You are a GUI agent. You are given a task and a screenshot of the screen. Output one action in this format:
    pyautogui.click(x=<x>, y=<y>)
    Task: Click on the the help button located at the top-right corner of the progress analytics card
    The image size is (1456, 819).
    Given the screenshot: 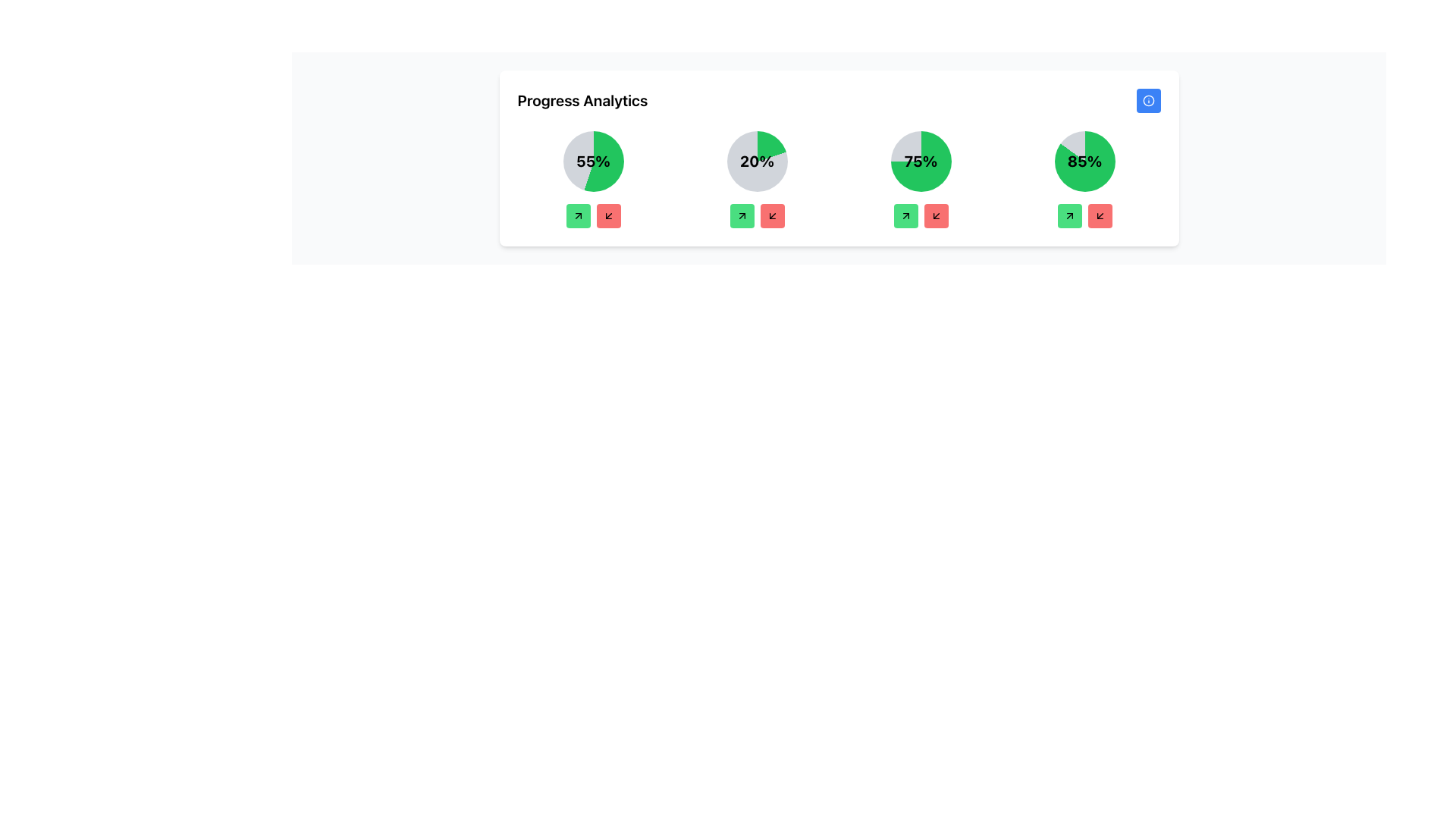 What is the action you would take?
    pyautogui.click(x=1148, y=100)
    